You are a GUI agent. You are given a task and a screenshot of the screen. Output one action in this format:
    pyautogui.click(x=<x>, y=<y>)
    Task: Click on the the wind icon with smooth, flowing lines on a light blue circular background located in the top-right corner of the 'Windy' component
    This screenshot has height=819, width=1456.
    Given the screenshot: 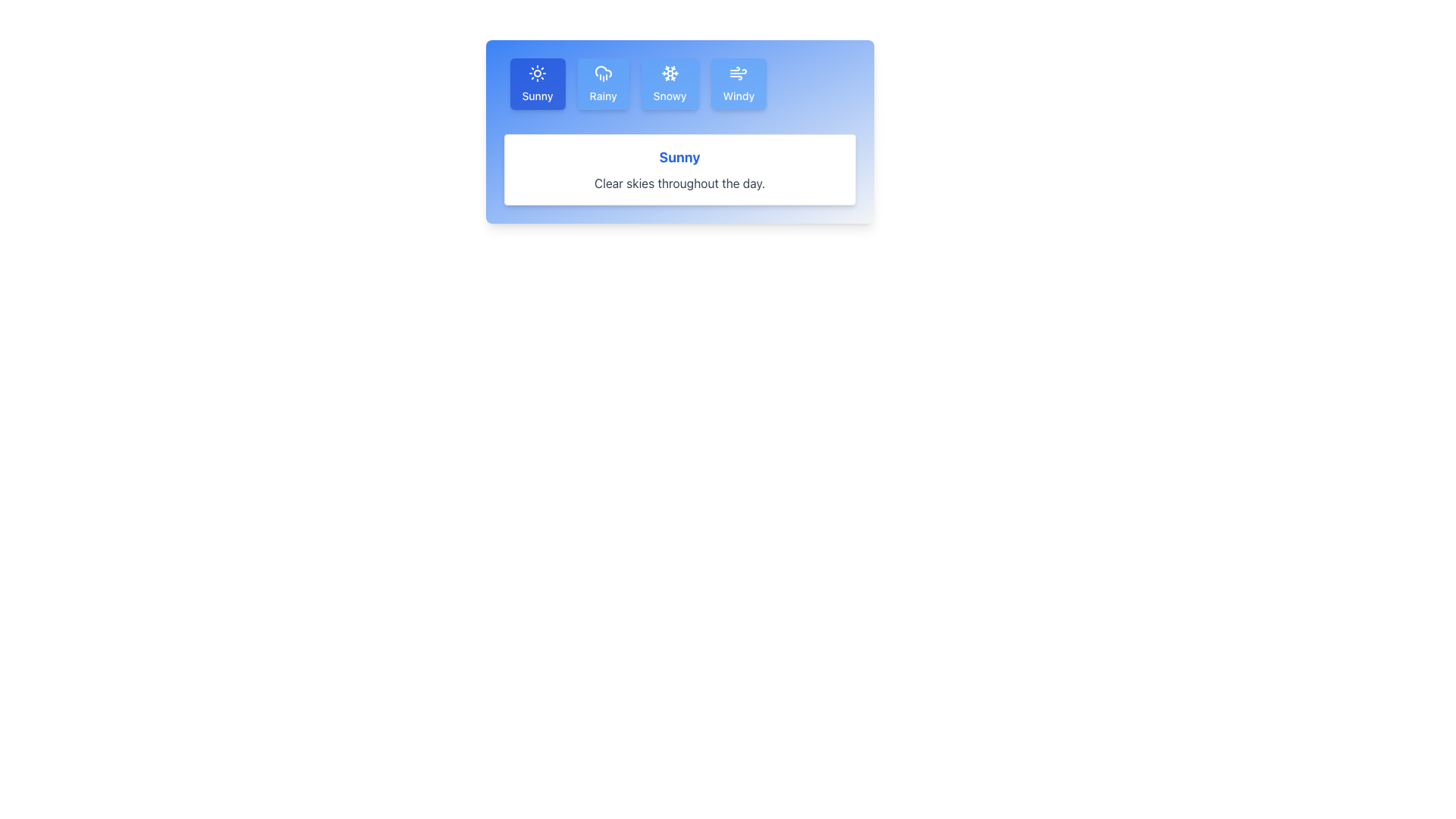 What is the action you would take?
    pyautogui.click(x=739, y=73)
    